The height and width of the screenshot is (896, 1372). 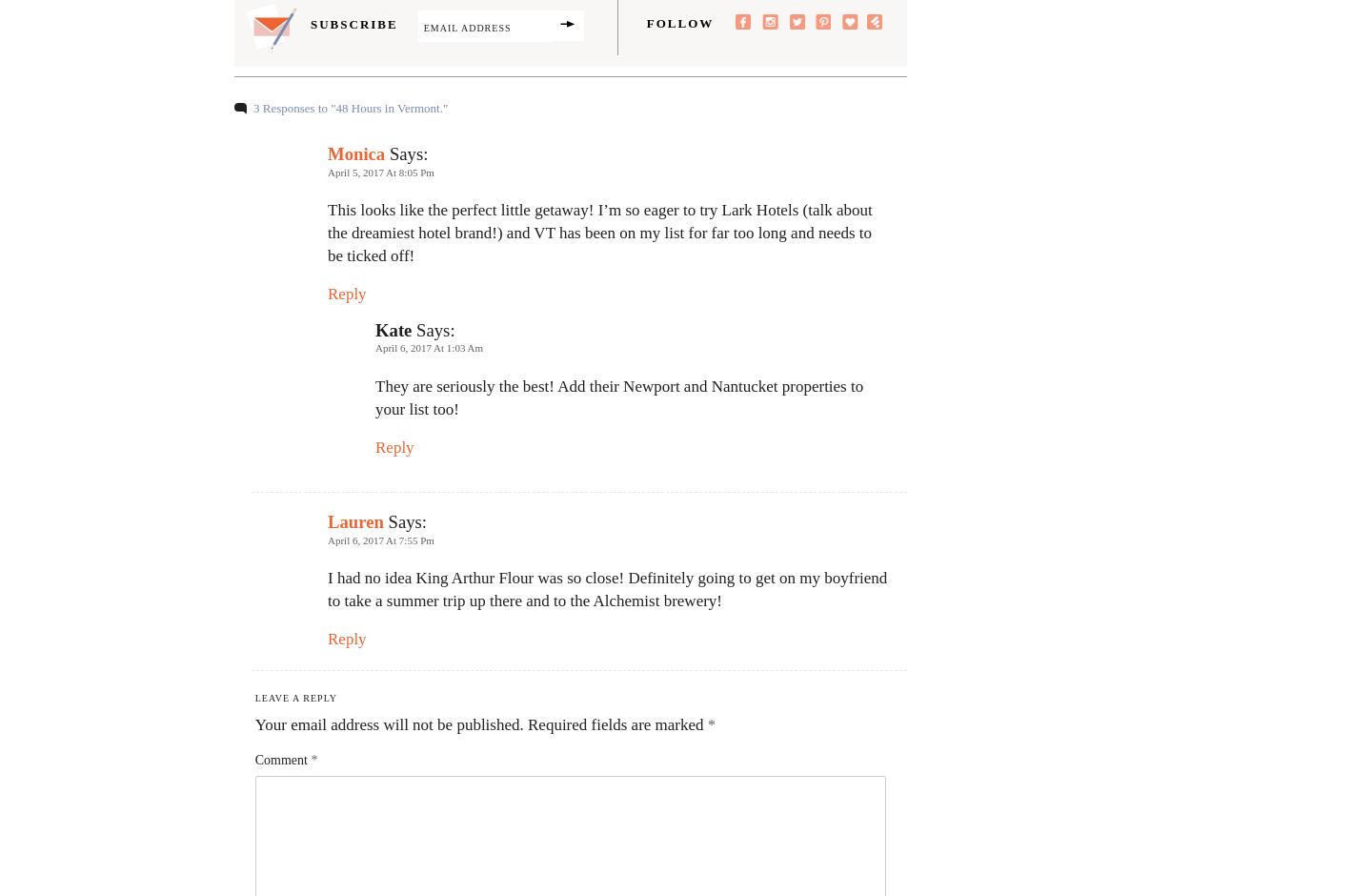 What do you see at coordinates (373, 397) in the screenshot?
I see `'They are seriously the best! Add their Newport and Nantucket properties to your list too!'` at bounding box center [373, 397].